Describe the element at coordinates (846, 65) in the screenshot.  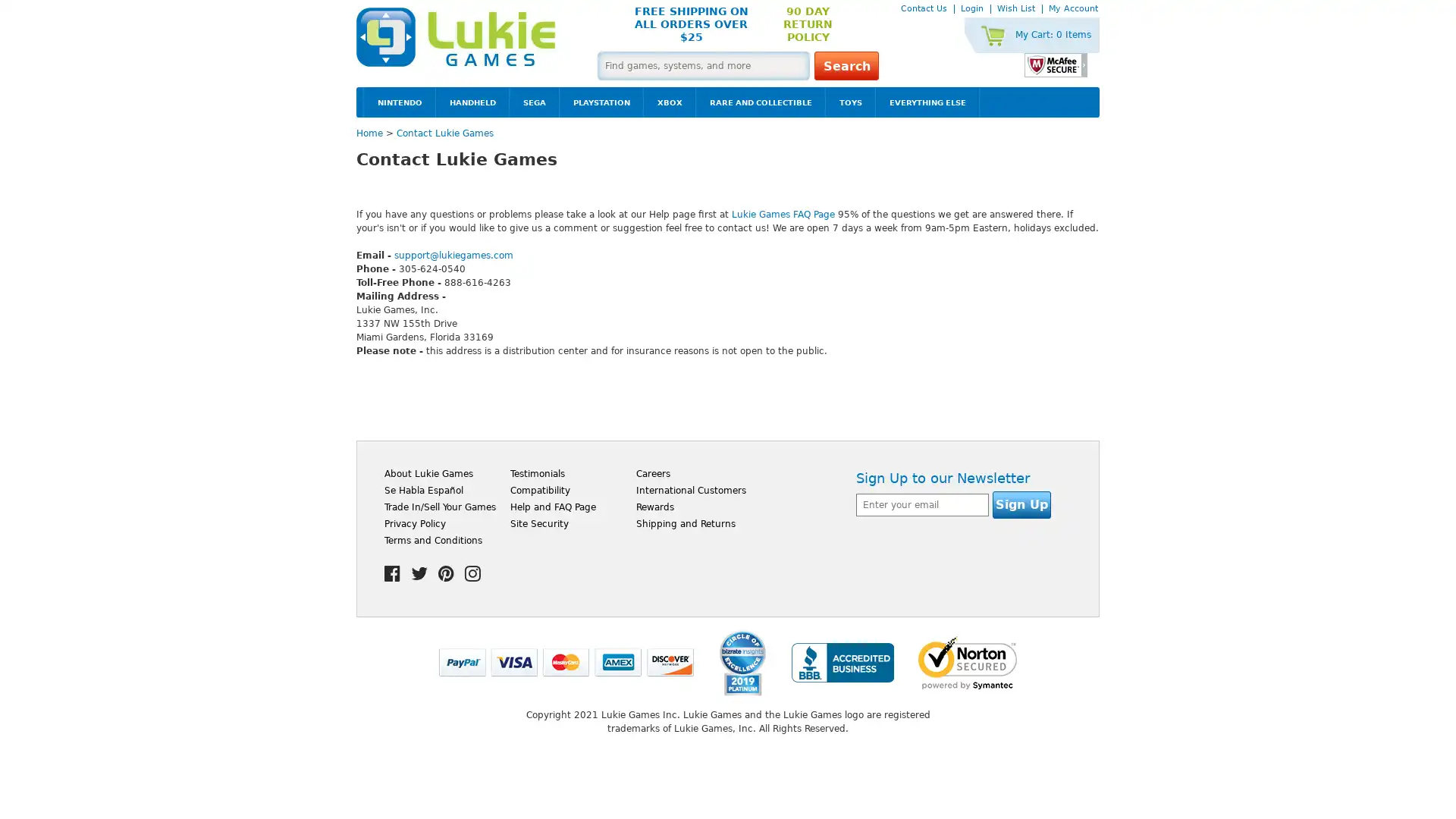
I see `Search` at that location.